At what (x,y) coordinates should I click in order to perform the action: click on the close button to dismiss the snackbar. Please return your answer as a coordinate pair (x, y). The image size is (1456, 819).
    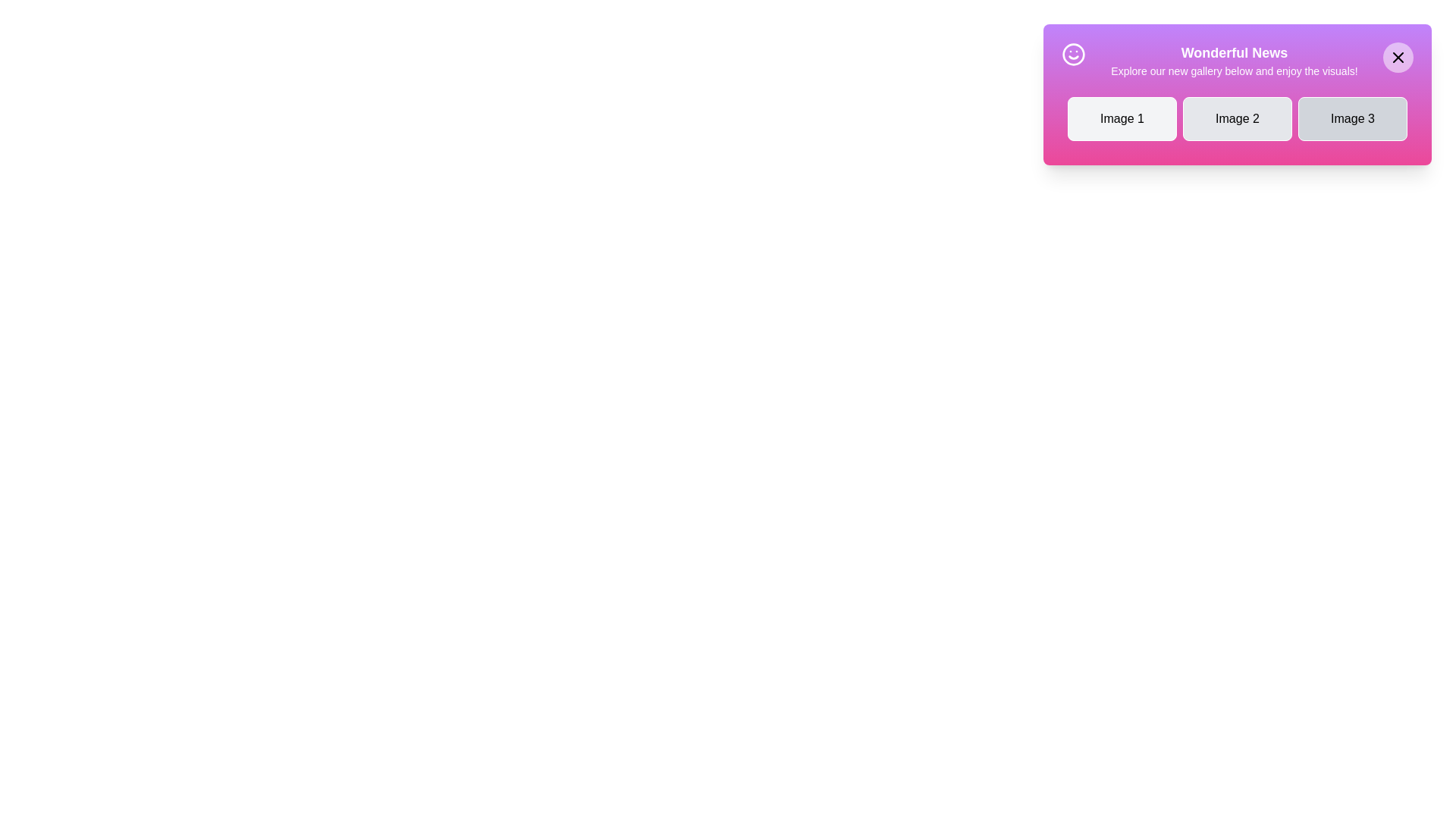
    Looking at the image, I should click on (1397, 57).